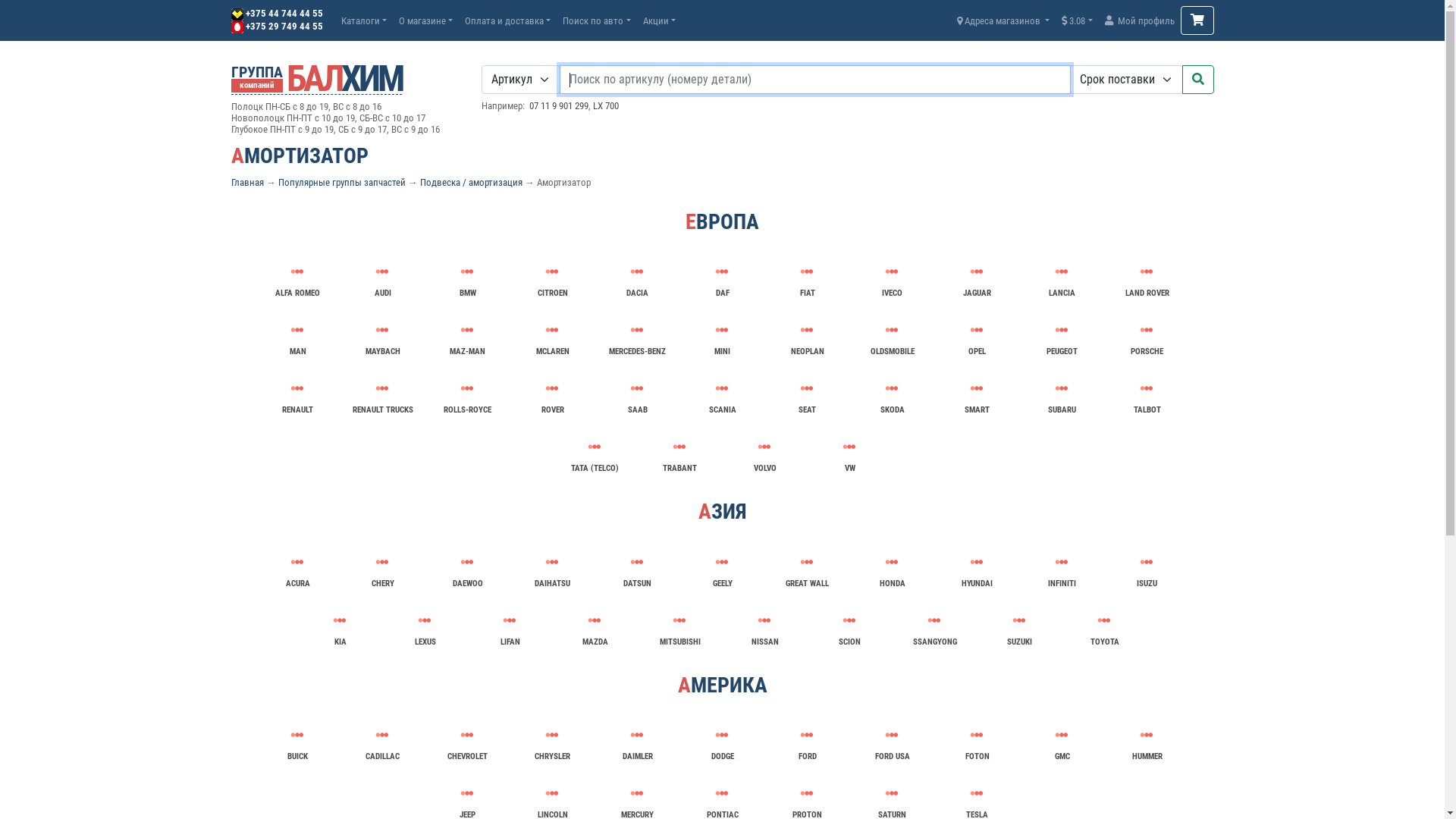 This screenshot has width=1456, height=819. What do you see at coordinates (637, 334) in the screenshot?
I see `'MERCEDES-BENZ'` at bounding box center [637, 334].